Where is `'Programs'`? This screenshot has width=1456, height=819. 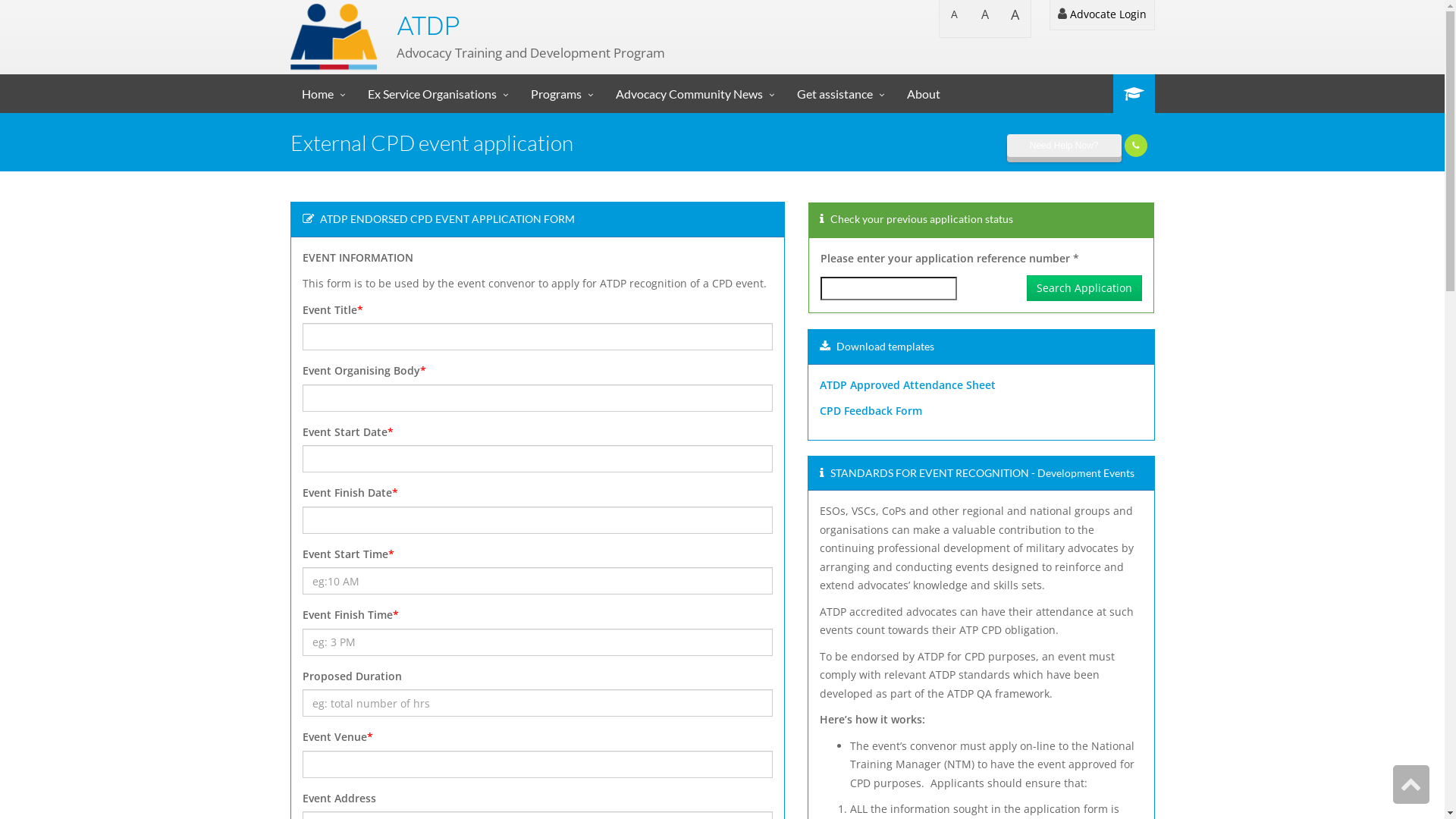 'Programs' is located at coordinates (560, 93).